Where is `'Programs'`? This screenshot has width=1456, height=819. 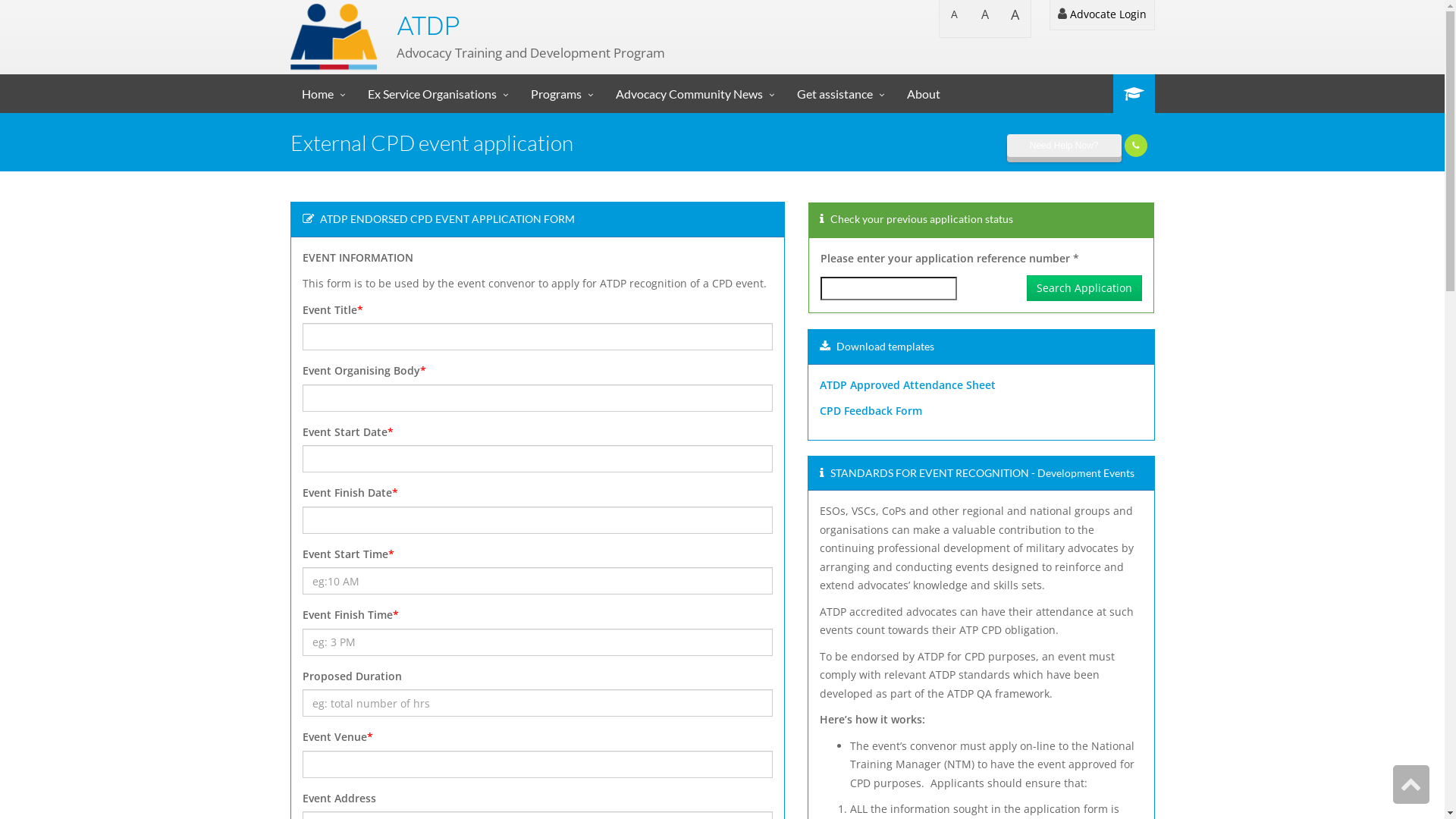 'Programs' is located at coordinates (560, 93).